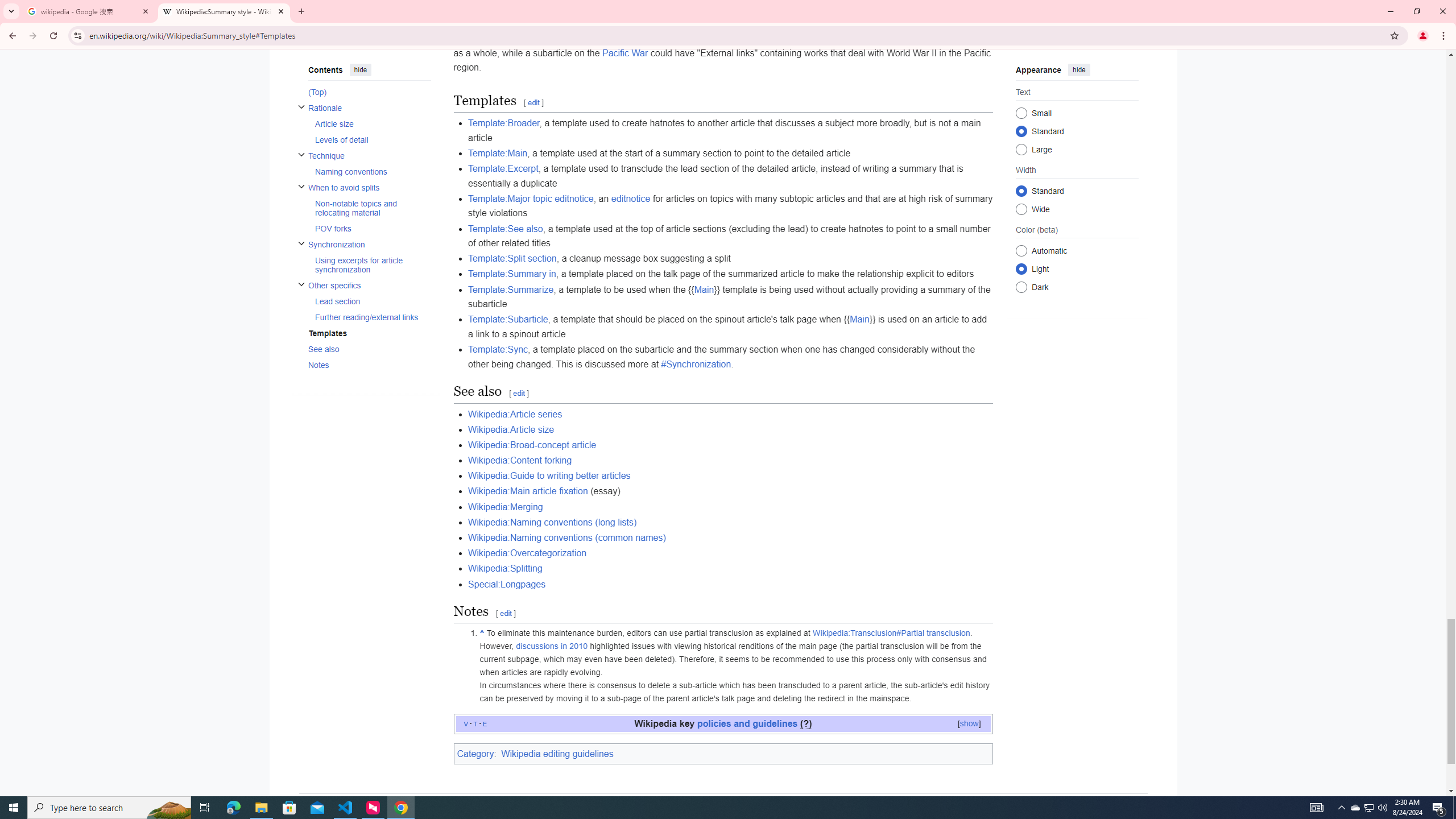 The height and width of the screenshot is (819, 1456). Describe the element at coordinates (369, 316) in the screenshot. I see `'AutomationID: toc-Further_reading/external_links'` at that location.